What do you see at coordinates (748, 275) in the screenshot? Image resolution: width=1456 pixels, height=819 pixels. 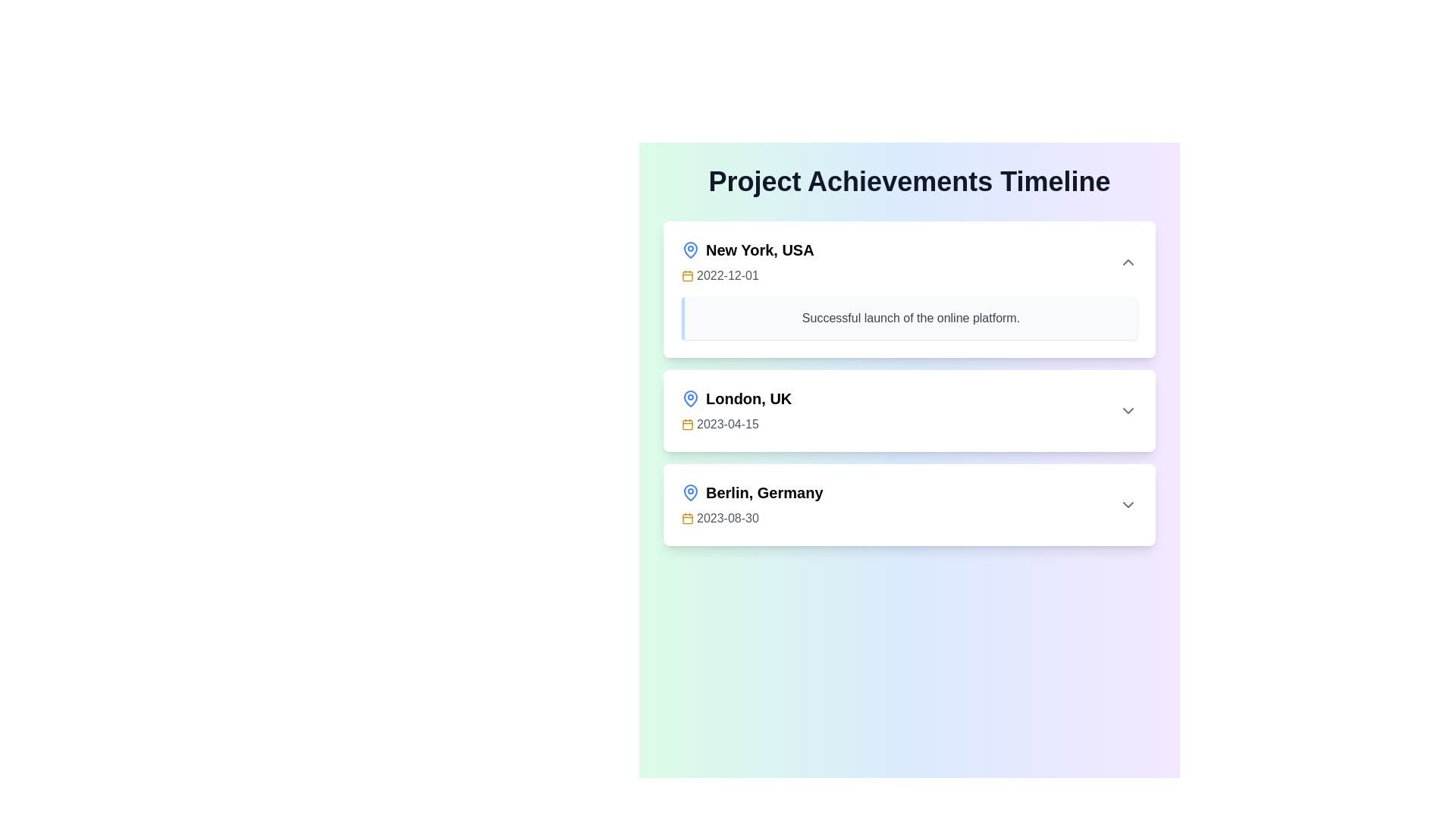 I see `date displayed in the Date Display element located below 'New York, USA'` at bounding box center [748, 275].